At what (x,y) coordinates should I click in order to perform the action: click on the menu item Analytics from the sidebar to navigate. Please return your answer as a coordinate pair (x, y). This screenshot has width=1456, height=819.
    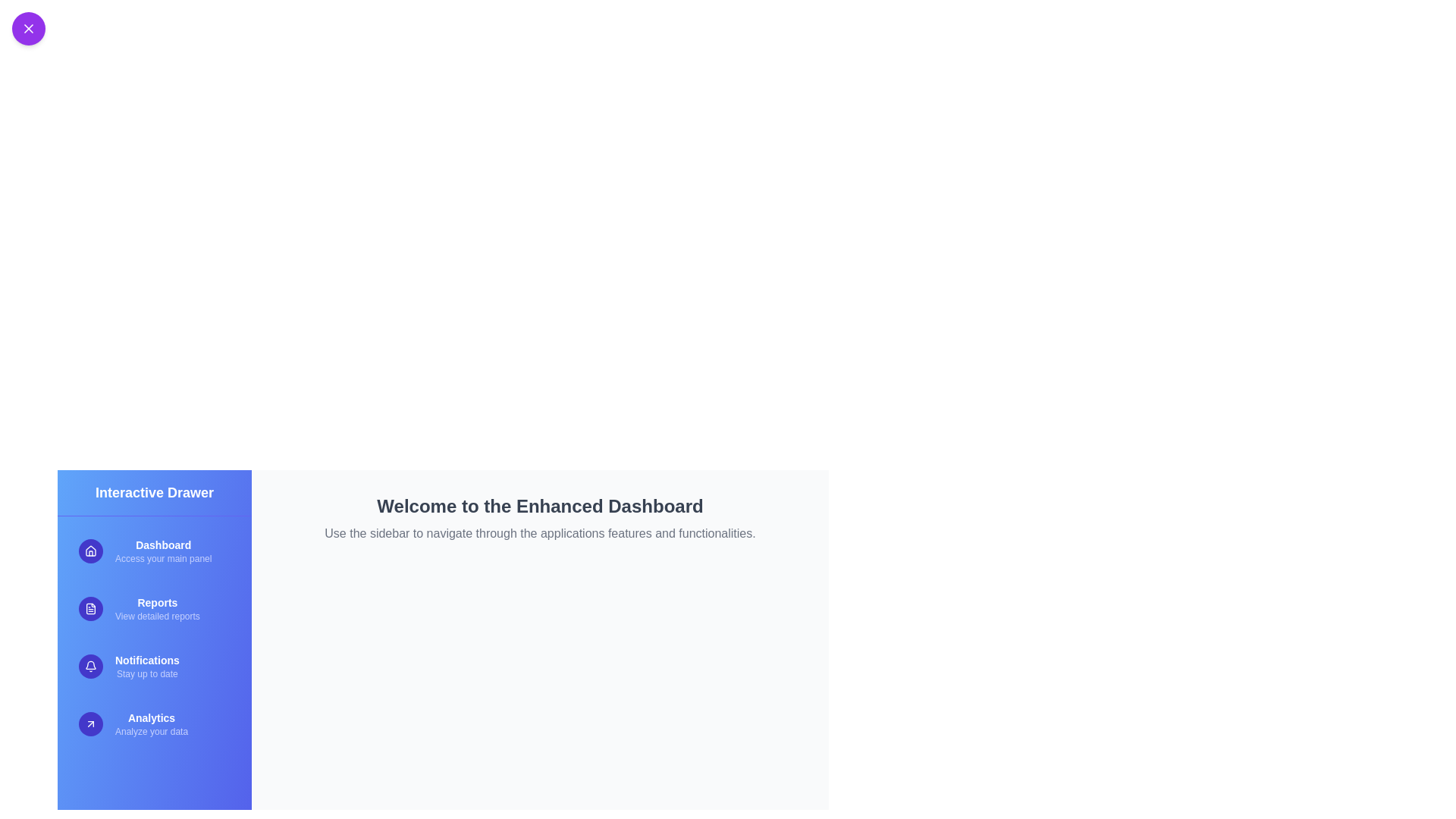
    Looking at the image, I should click on (154, 723).